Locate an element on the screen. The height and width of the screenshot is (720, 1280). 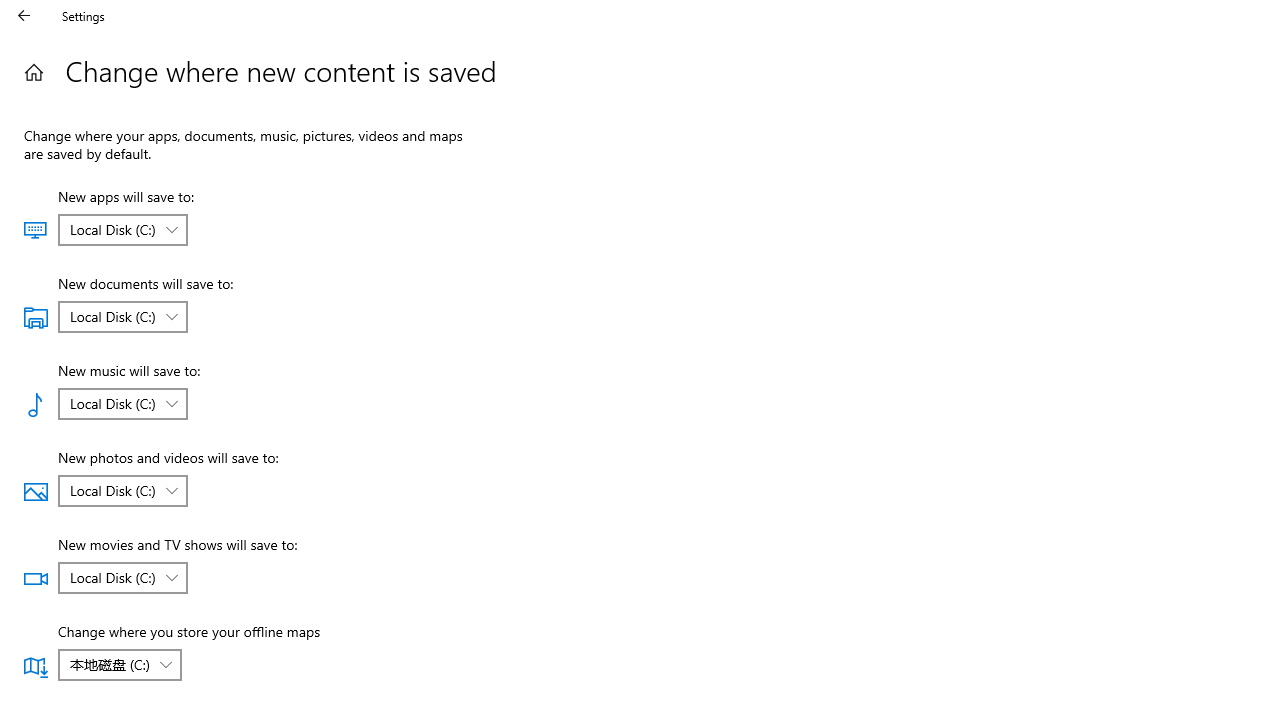
'New documents will save to:' is located at coordinates (121, 315).